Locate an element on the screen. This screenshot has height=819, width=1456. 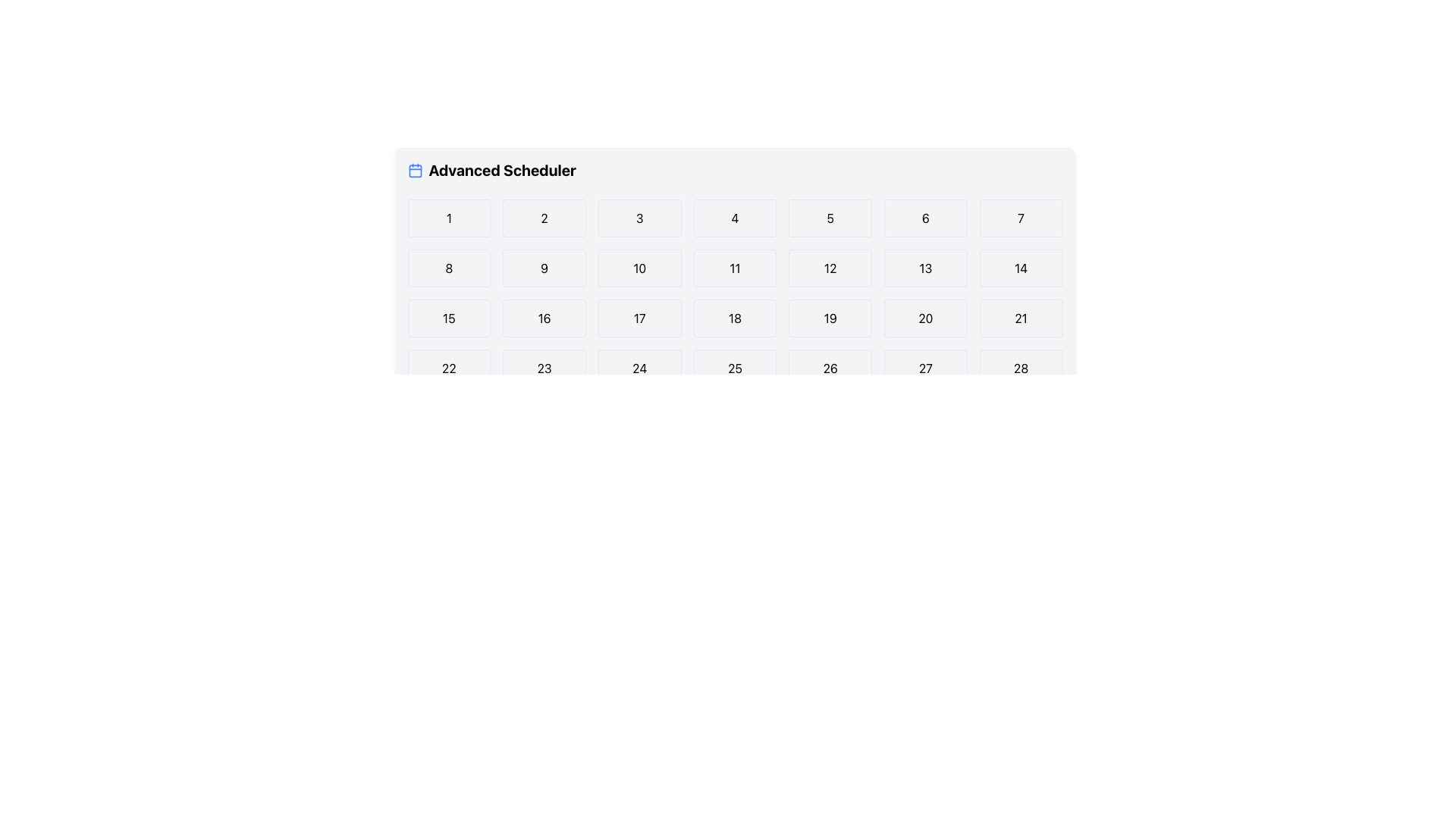
the rectangular button displaying the number '1' located below the 'Advanced Scheduler' title is located at coordinates (448, 218).